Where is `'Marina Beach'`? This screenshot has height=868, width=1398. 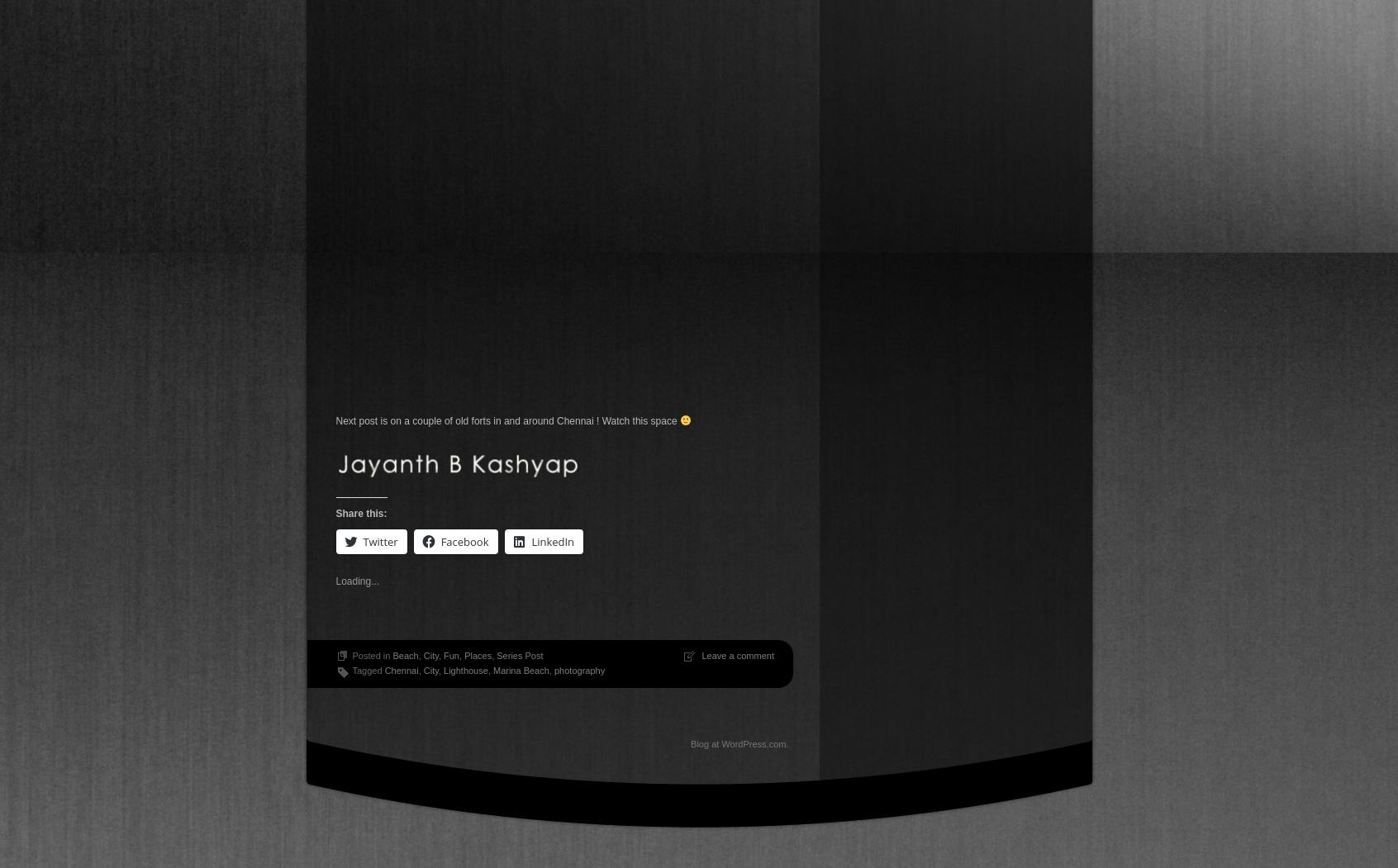 'Marina Beach' is located at coordinates (519, 671).